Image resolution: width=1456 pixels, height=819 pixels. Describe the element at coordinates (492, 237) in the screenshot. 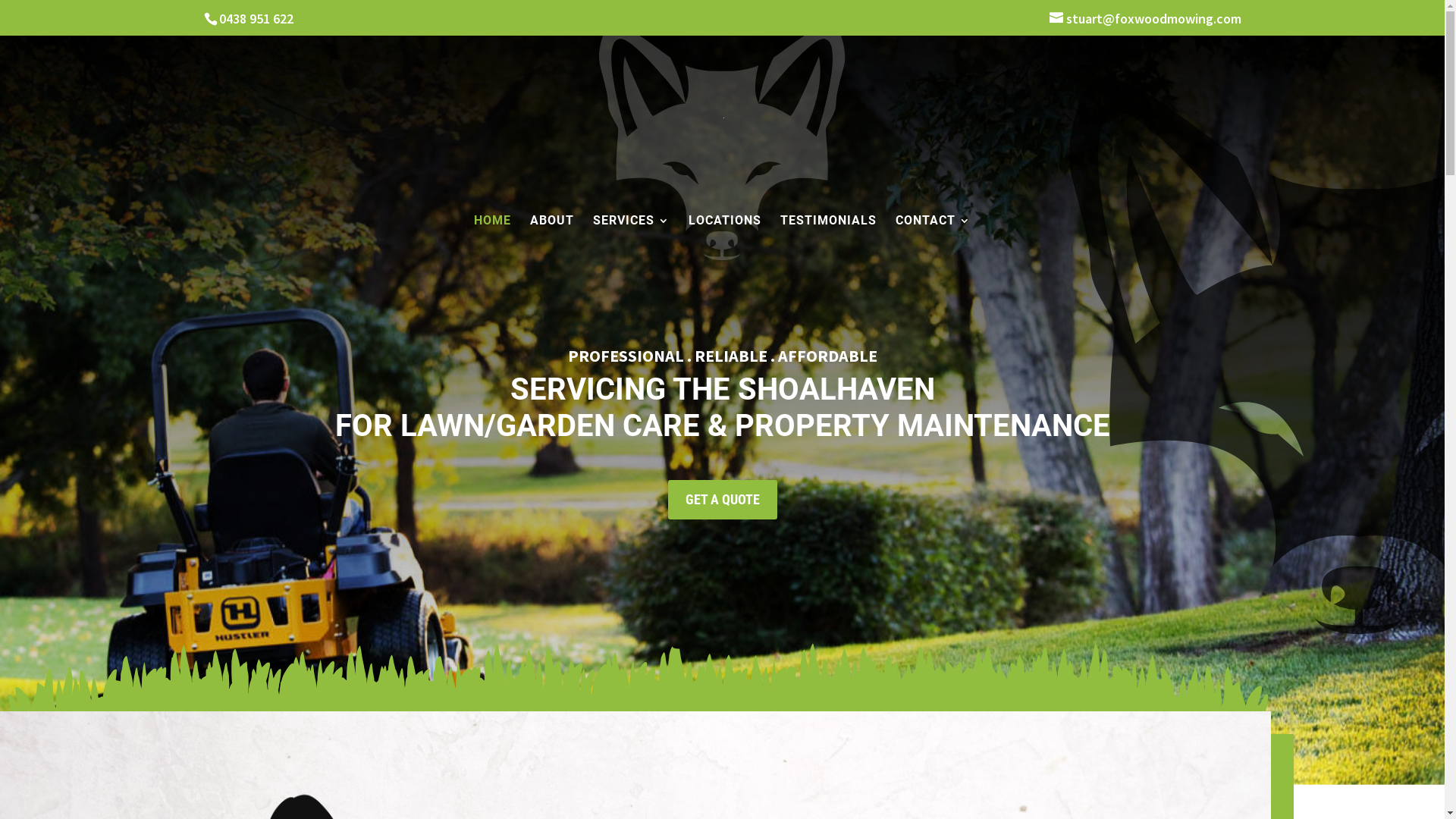

I see `'HOME'` at that location.